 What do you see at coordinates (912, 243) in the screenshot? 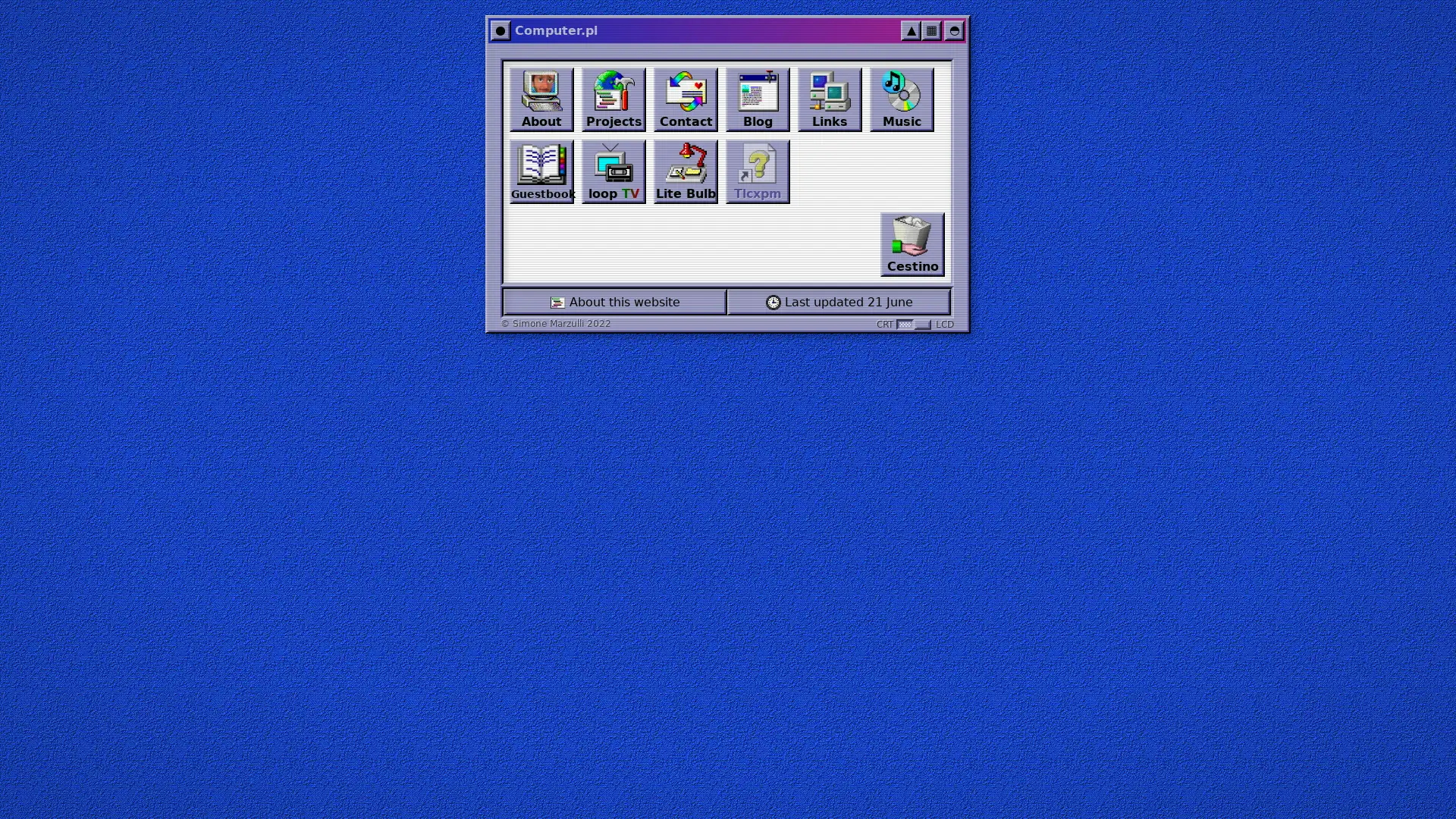
I see `trash Cestino` at bounding box center [912, 243].